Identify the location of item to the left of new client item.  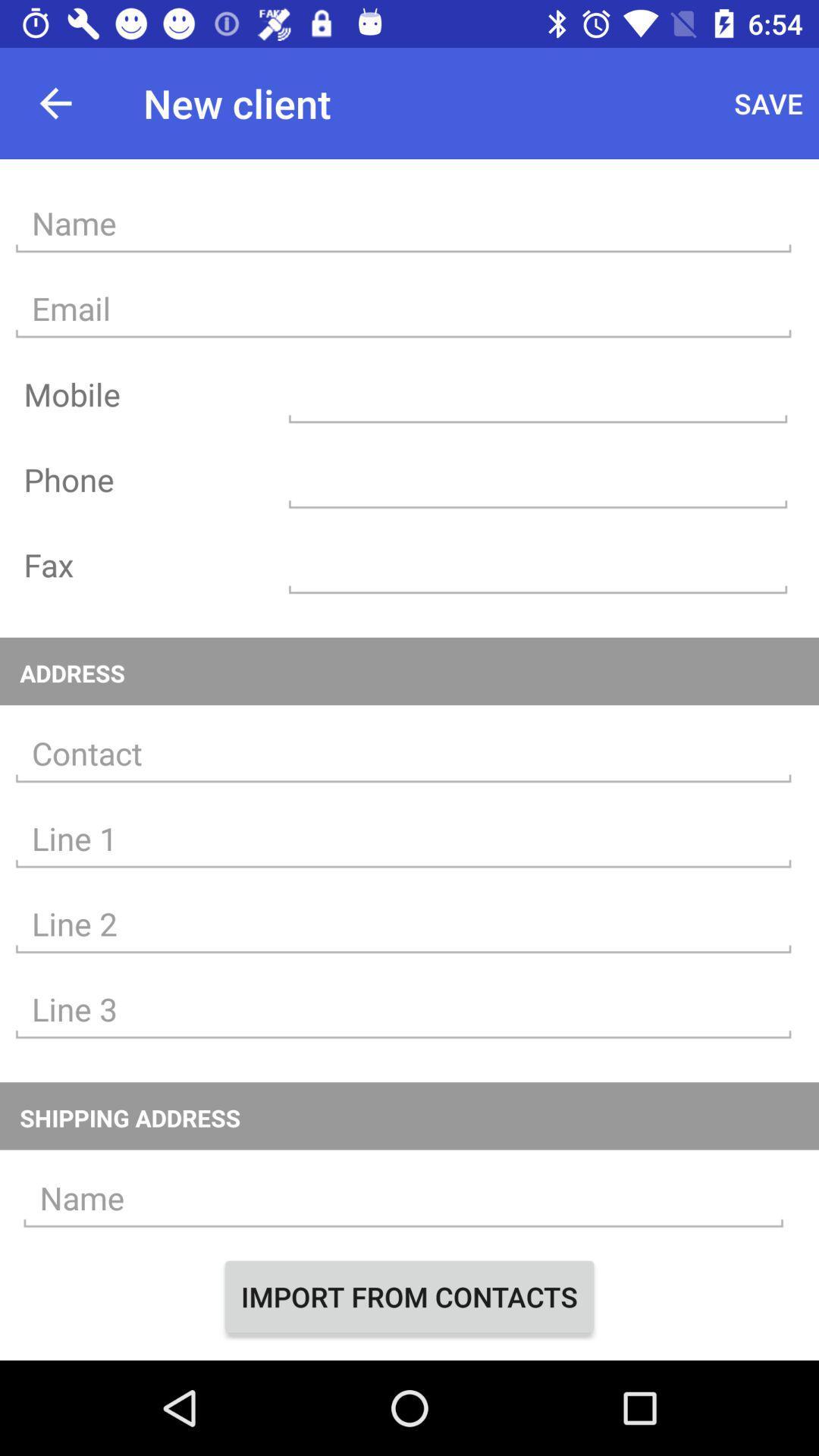
(55, 102).